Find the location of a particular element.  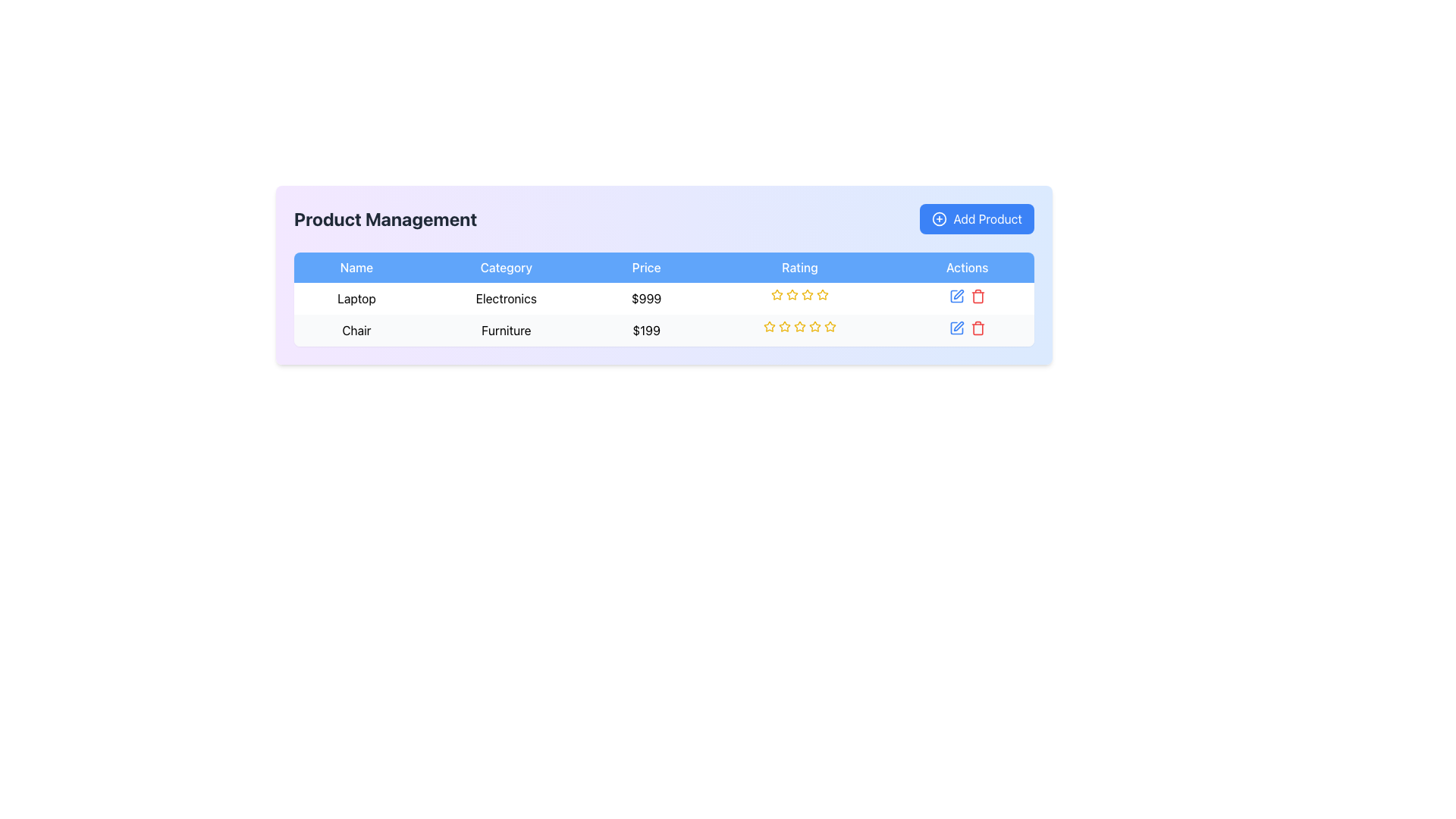

the 'Rating' text label element, which is a rectangular label with white font on a blue background, situated between the 'Price' and 'Actions' headers at the top of the data table is located at coordinates (799, 267).